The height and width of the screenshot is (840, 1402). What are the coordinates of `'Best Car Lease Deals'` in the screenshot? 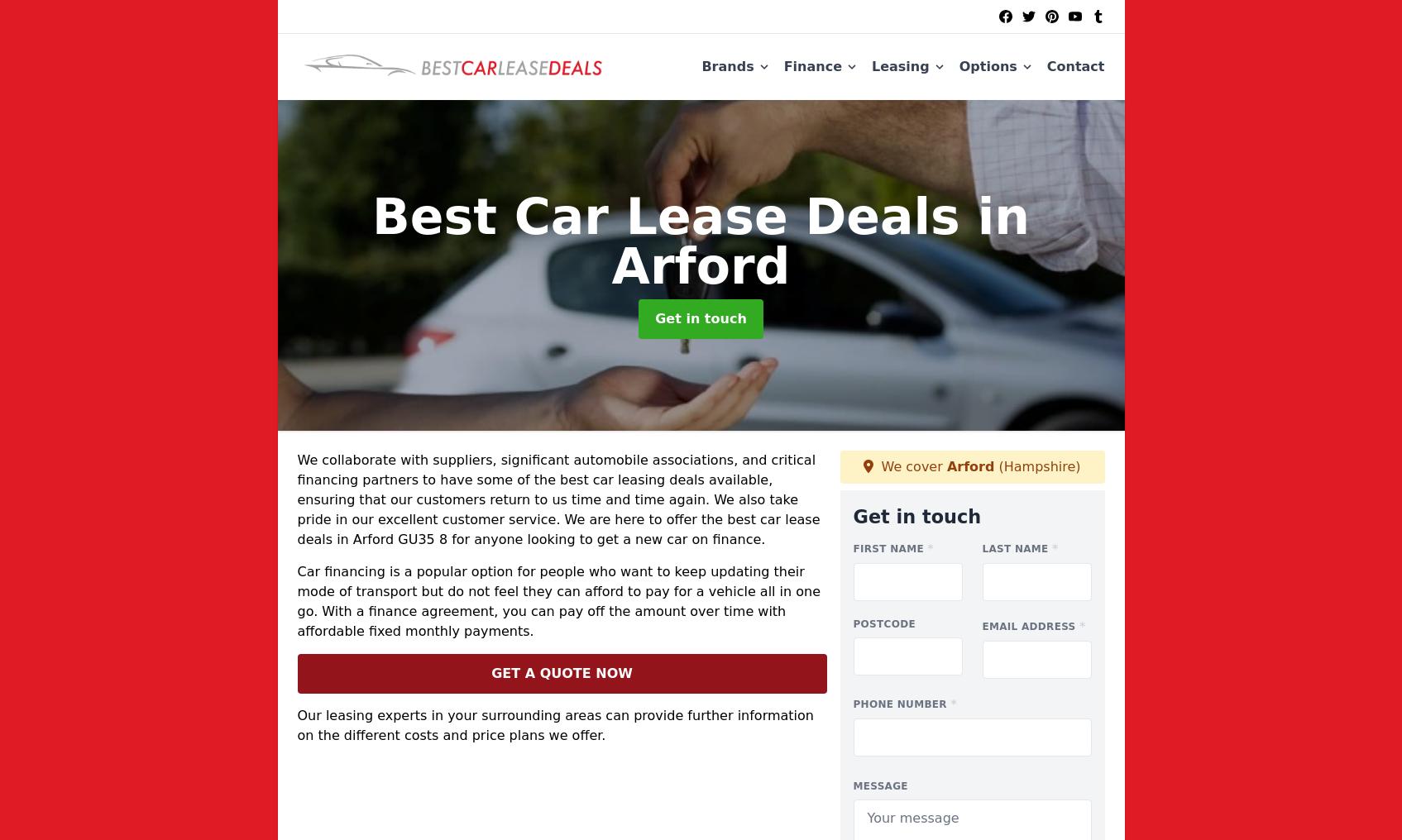 It's located at (372, 215).